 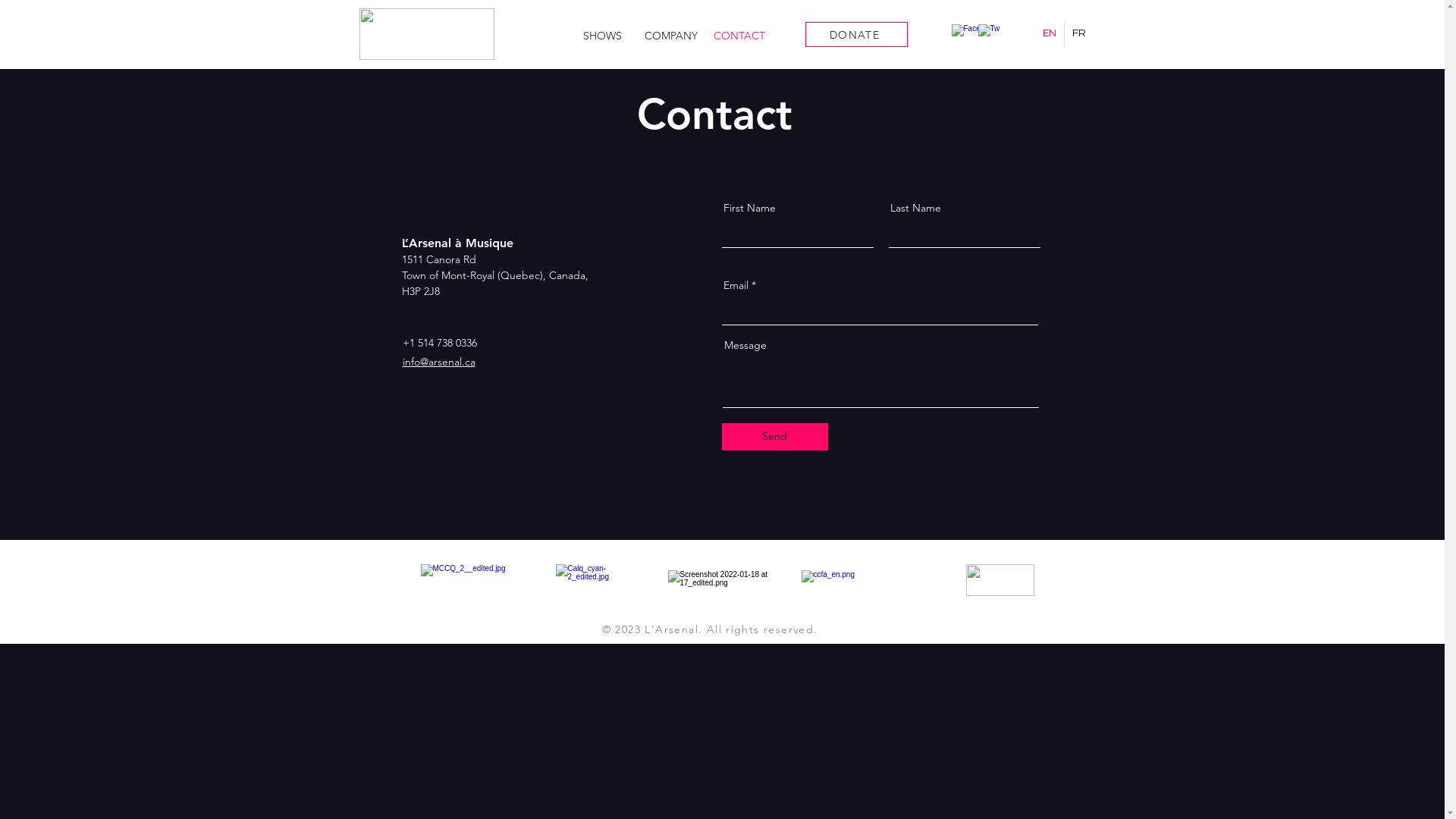 I want to click on 'EN', so click(x=1048, y=34).